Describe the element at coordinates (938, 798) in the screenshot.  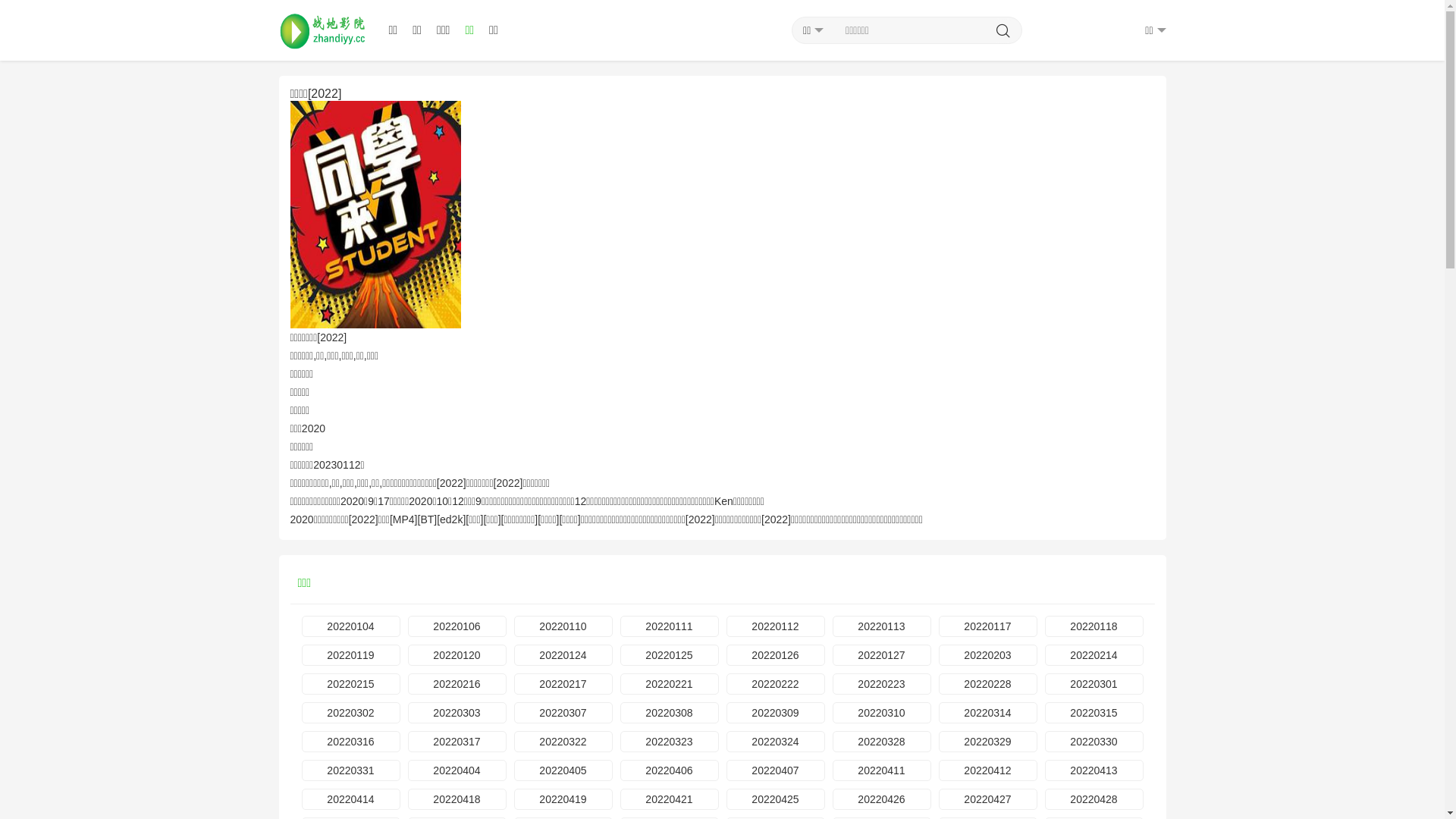
I see `'20220427'` at that location.